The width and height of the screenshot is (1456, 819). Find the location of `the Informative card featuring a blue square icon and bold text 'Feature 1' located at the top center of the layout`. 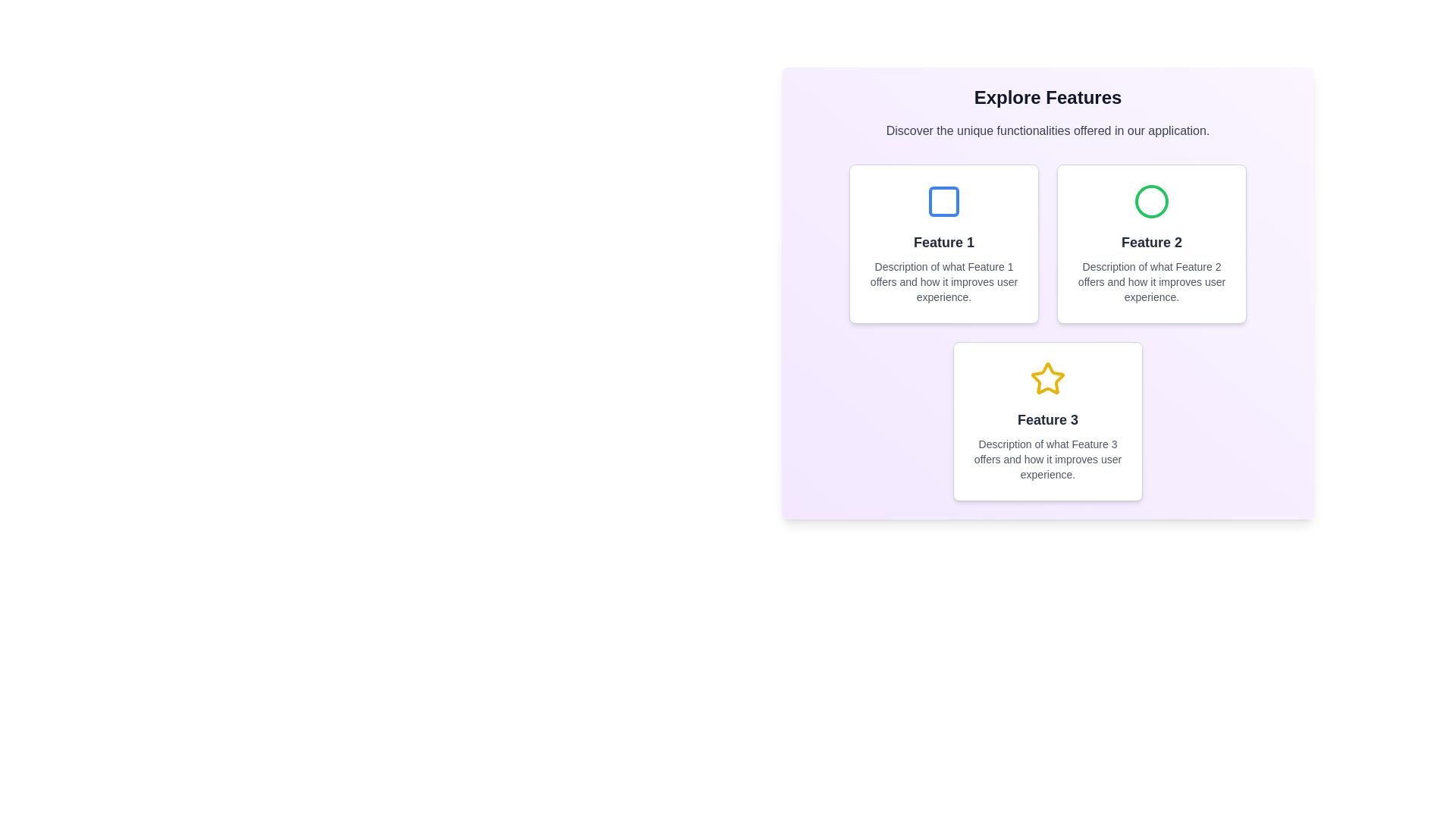

the Informative card featuring a blue square icon and bold text 'Feature 1' located at the top center of the layout is located at coordinates (943, 243).